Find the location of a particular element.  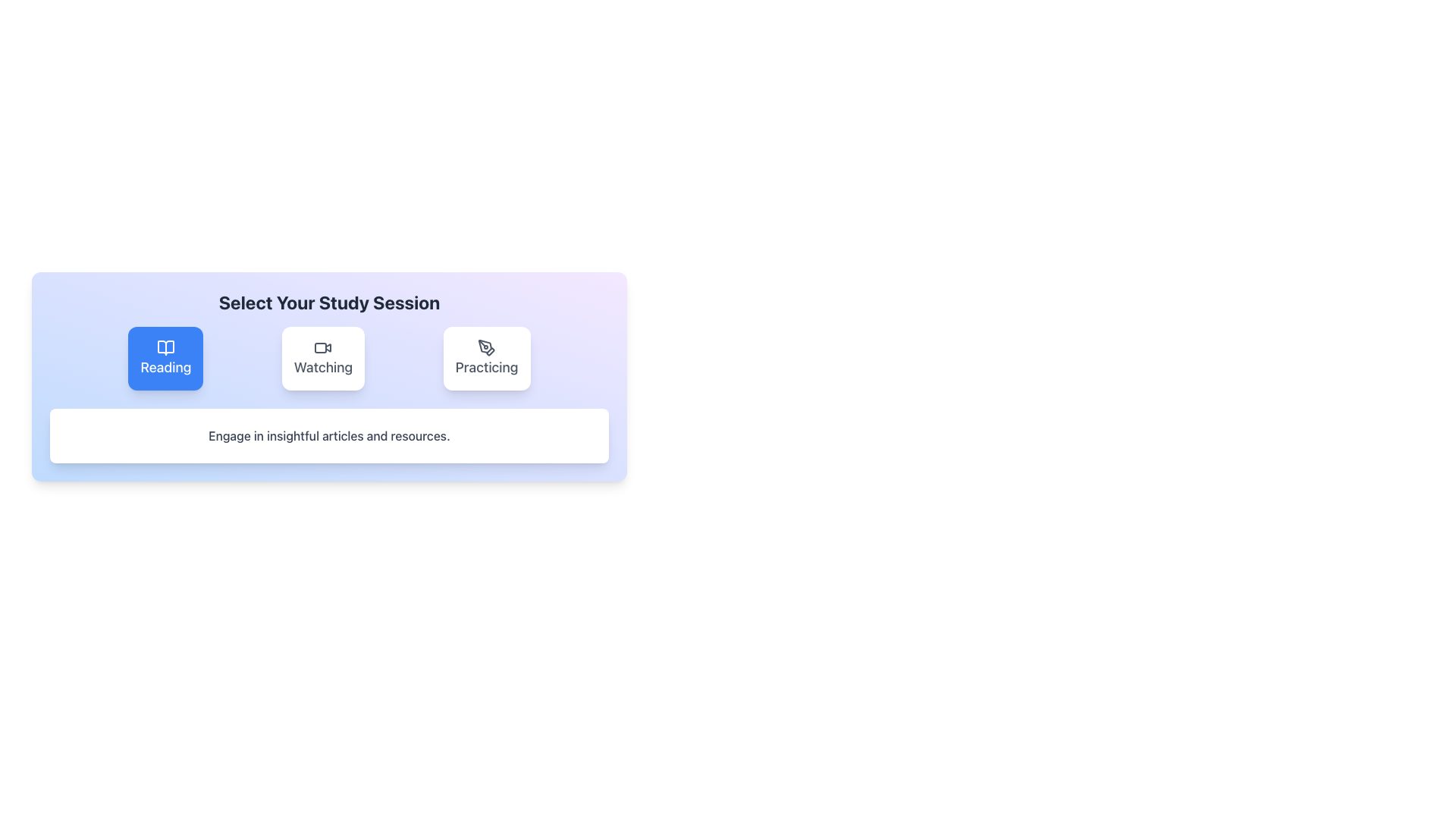

the 'Watching' button, which is the second button in a row of three, featuring a video camera icon and the text 'Watching' is located at coordinates (322, 359).